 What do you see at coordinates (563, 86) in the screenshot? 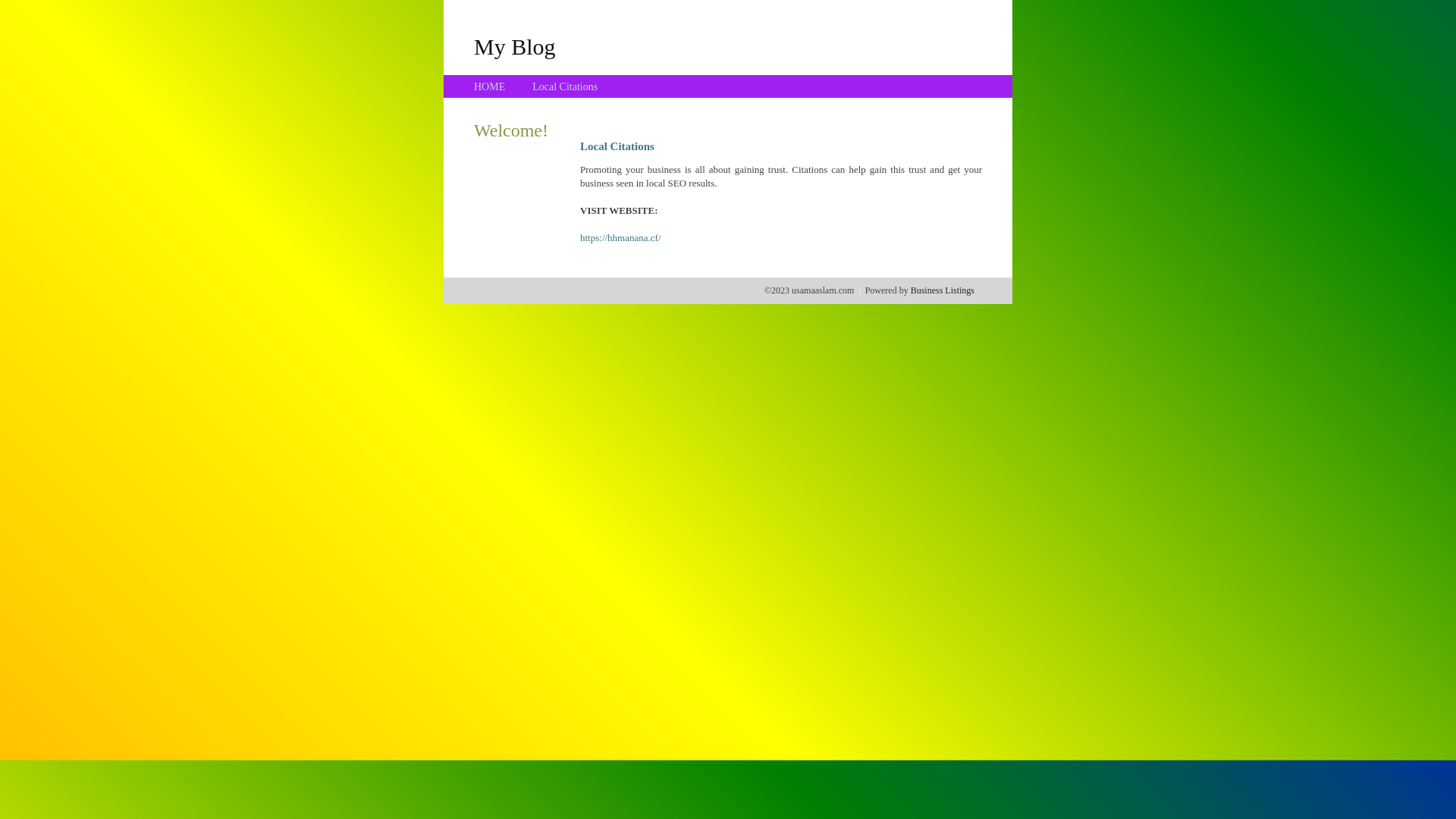
I see `'Local Citations'` at bounding box center [563, 86].